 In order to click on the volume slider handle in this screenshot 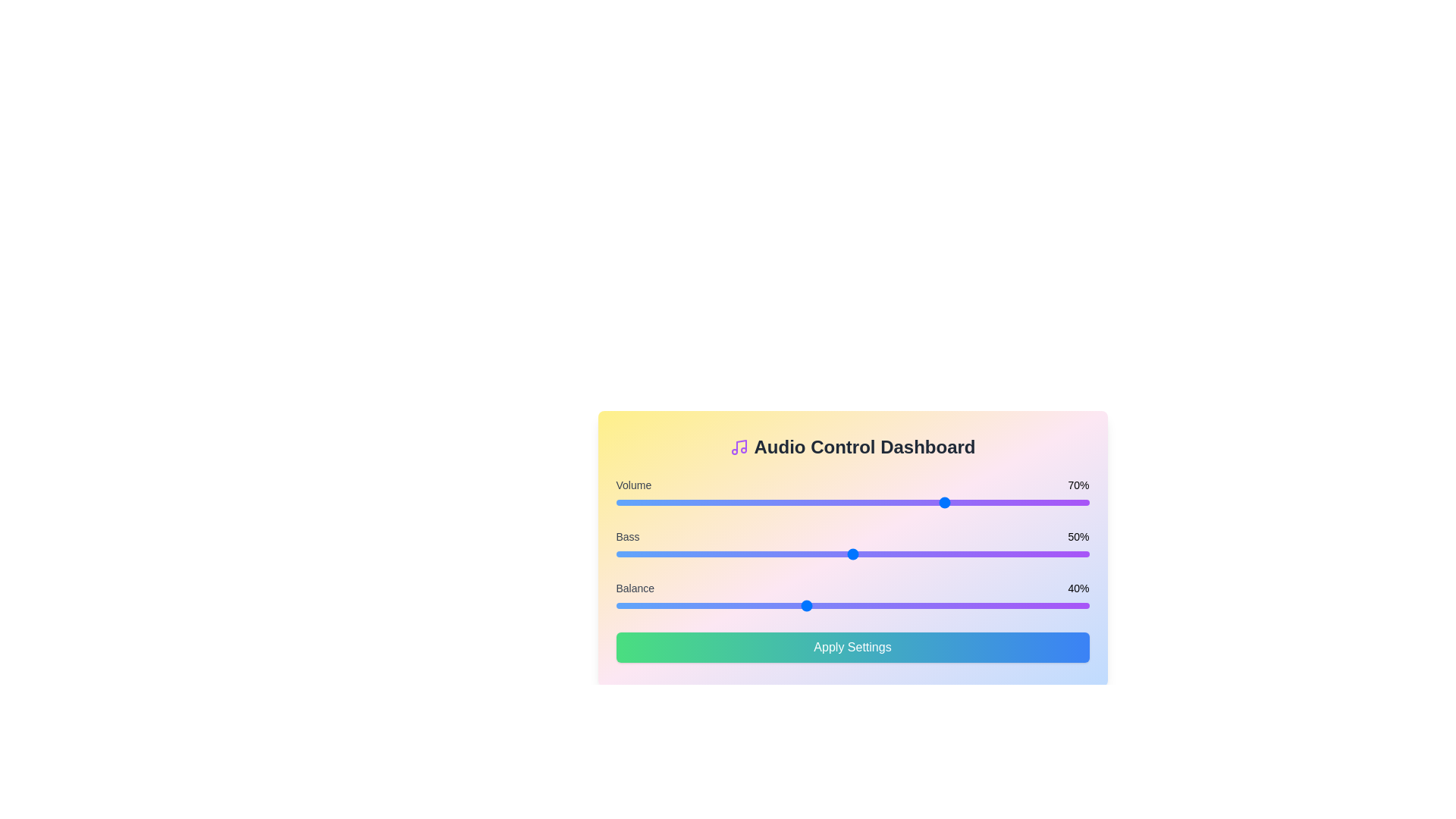, I will do `click(852, 503)`.